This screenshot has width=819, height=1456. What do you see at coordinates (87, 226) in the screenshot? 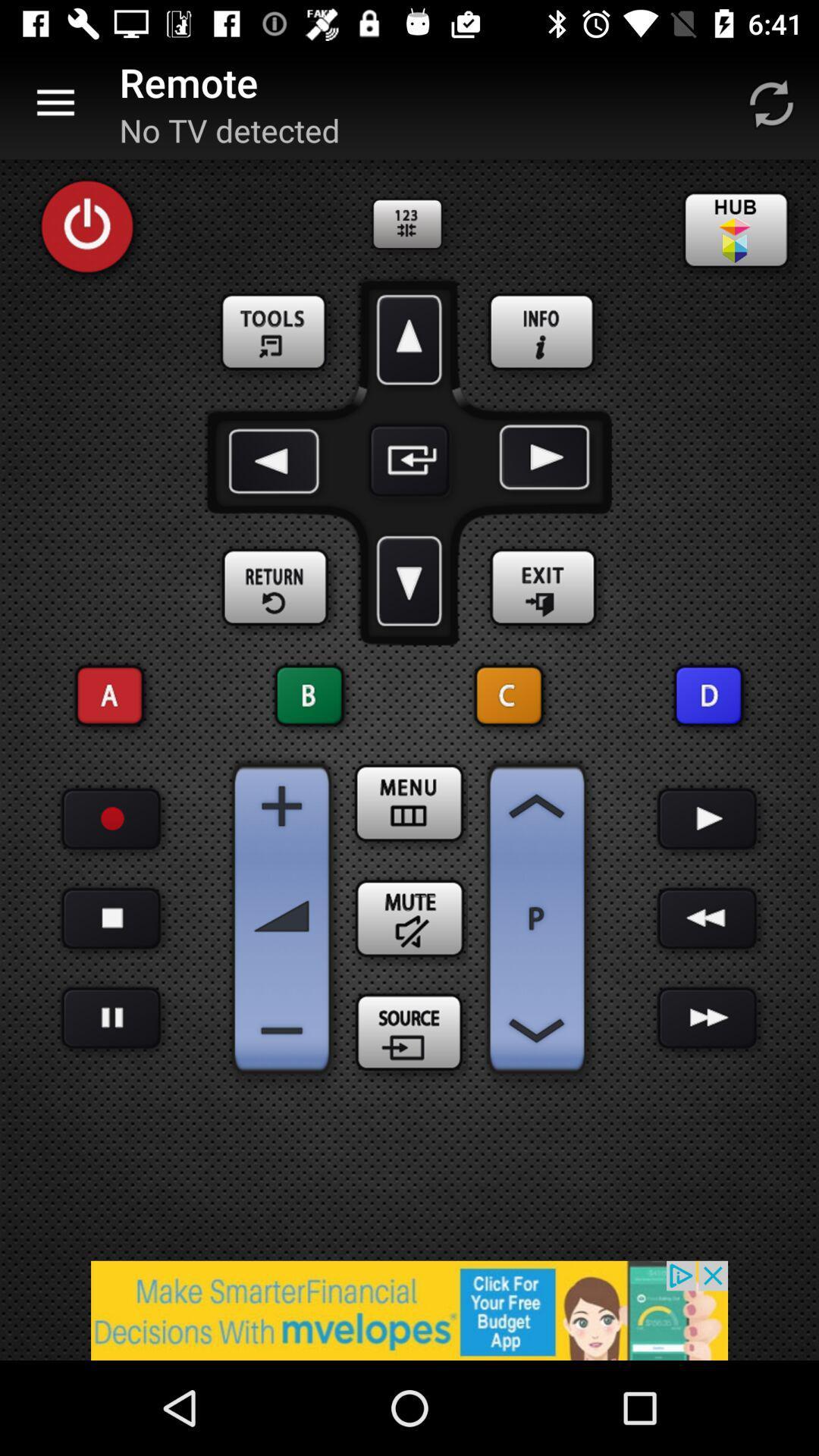
I see `the power icon` at bounding box center [87, 226].